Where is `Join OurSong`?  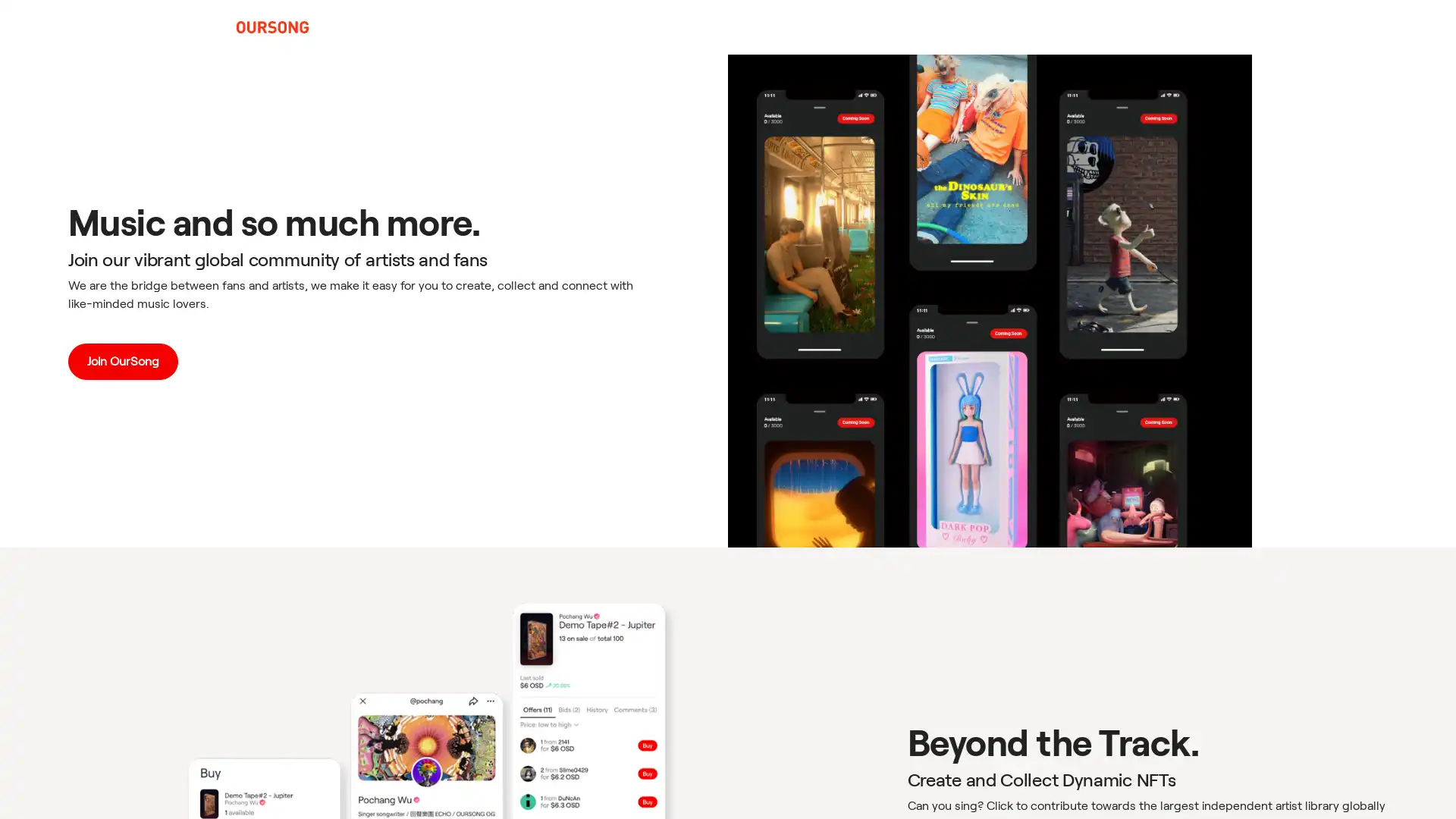
Join OurSong is located at coordinates (122, 362).